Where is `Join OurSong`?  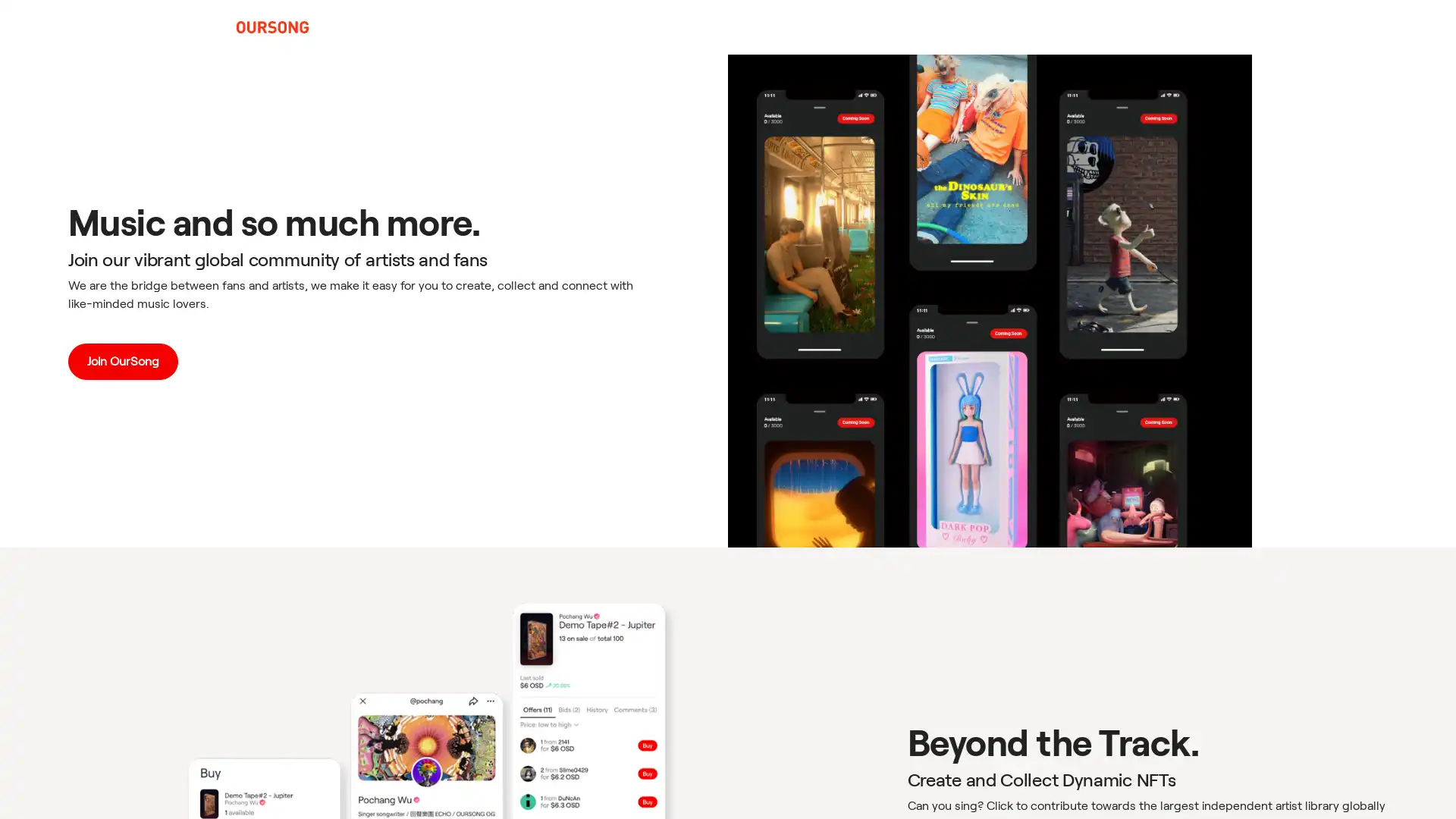
Join OurSong is located at coordinates (122, 362).